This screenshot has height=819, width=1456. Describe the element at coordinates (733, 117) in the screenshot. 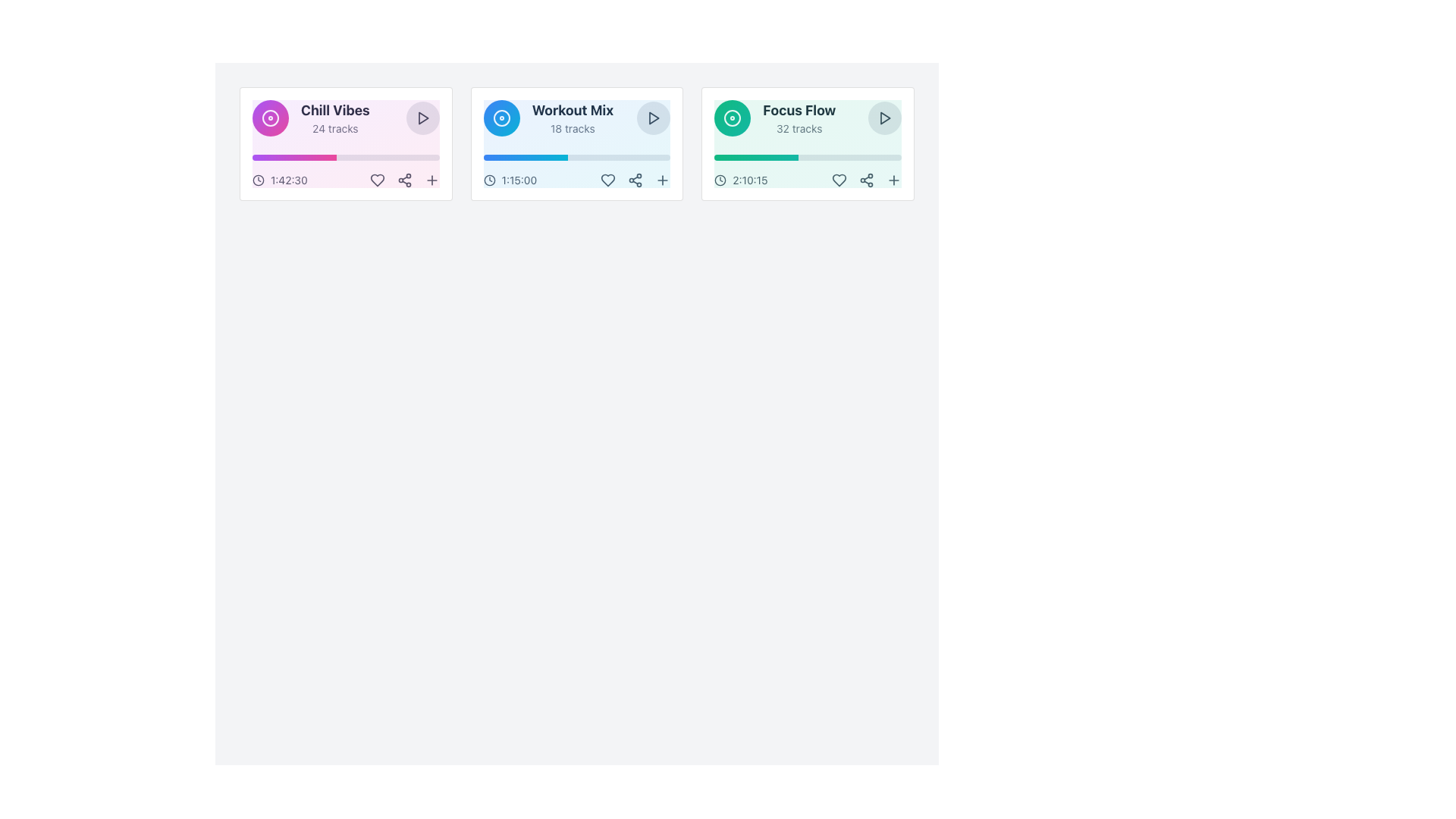

I see `the decorative loading icon located at the center of the green-and-white gradient circular background within the 'Focus Flow' card` at that location.